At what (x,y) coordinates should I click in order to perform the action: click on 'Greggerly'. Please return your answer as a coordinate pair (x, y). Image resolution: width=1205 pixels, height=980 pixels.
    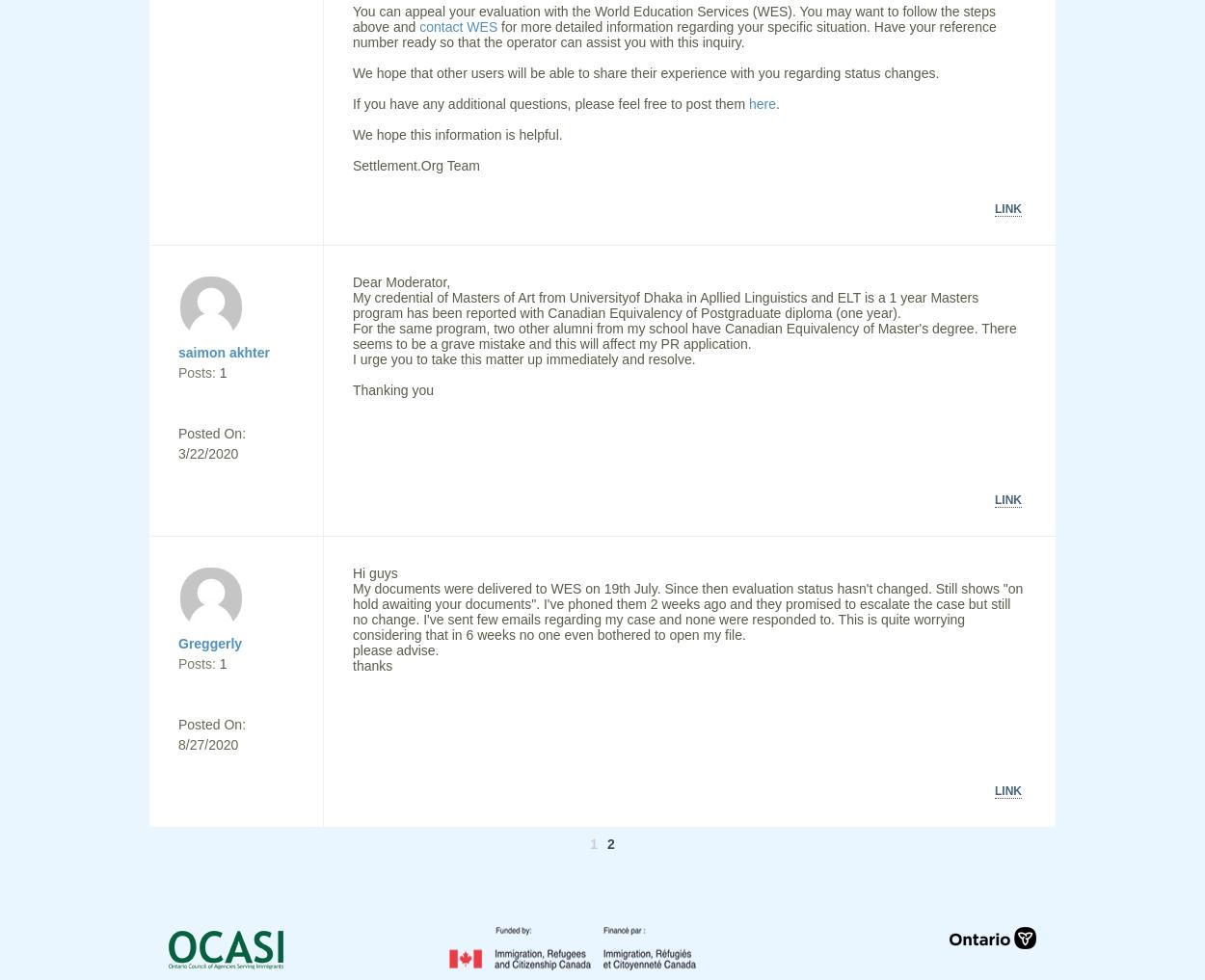
    Looking at the image, I should click on (209, 643).